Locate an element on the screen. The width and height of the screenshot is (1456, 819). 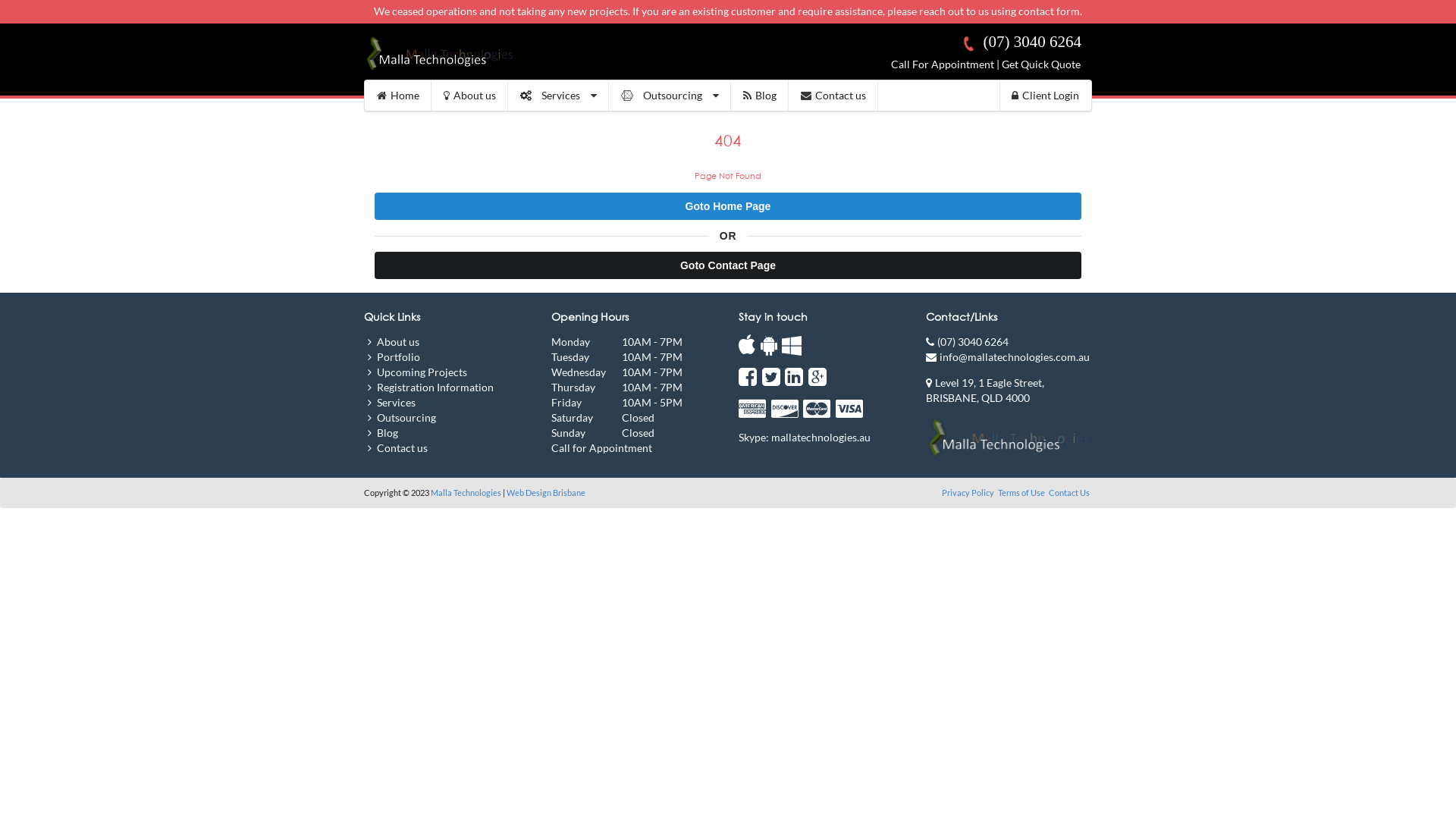
'Goto Contact Page' is located at coordinates (728, 265).